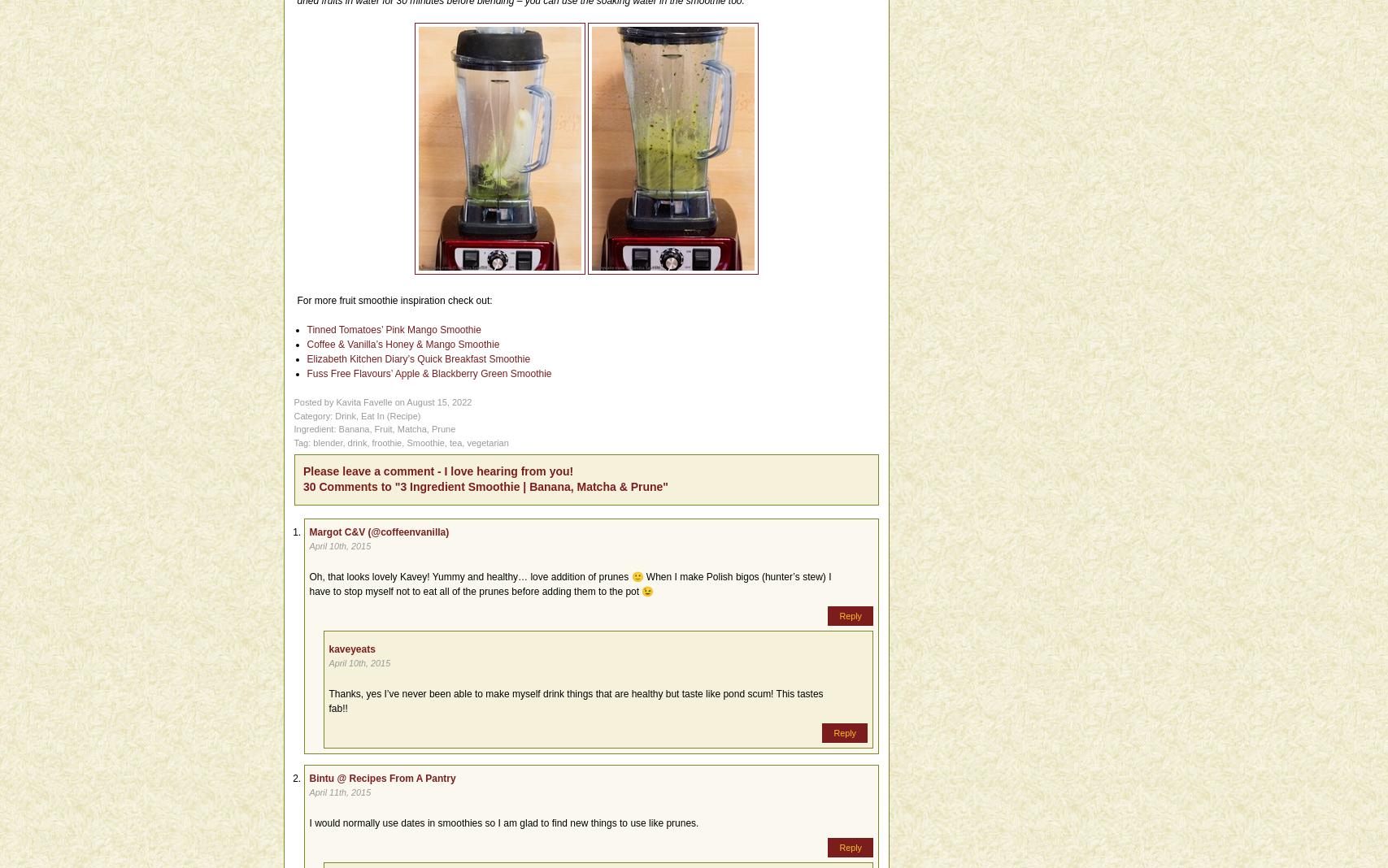  Describe the element at coordinates (383, 415) in the screenshot. I see `'('` at that location.